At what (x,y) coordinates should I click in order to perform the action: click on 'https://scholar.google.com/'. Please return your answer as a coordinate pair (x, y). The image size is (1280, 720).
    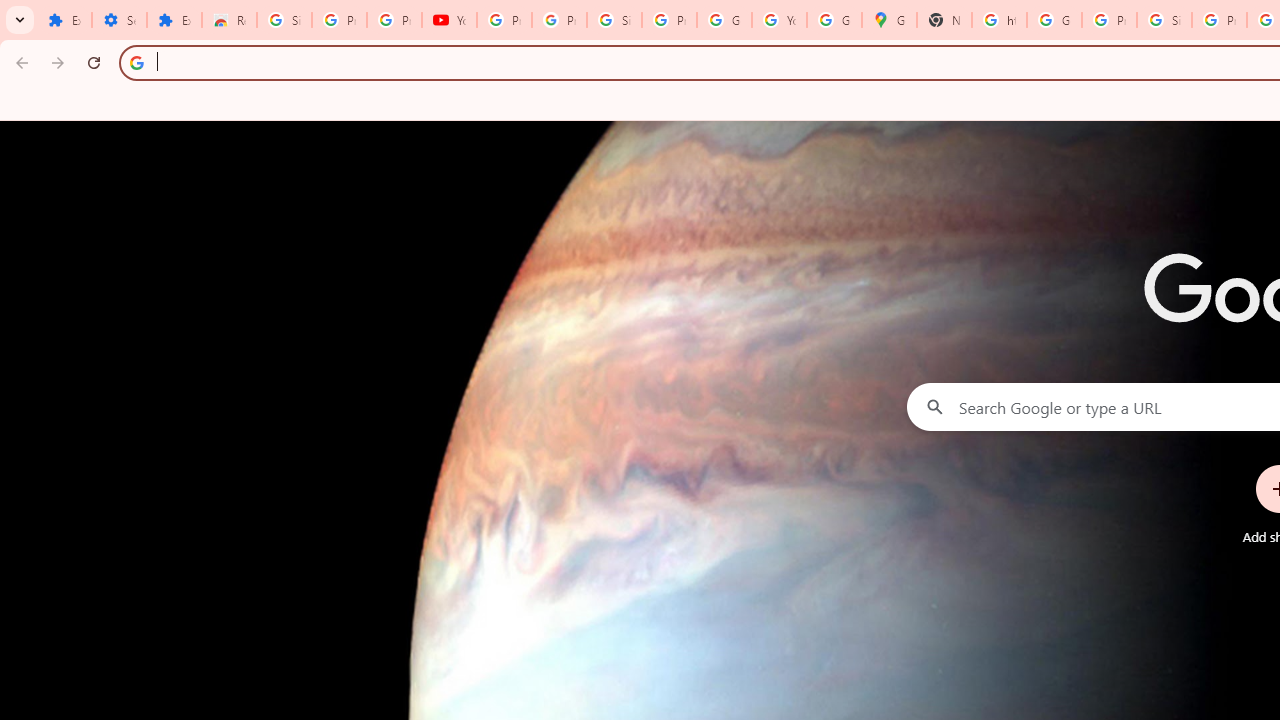
    Looking at the image, I should click on (999, 20).